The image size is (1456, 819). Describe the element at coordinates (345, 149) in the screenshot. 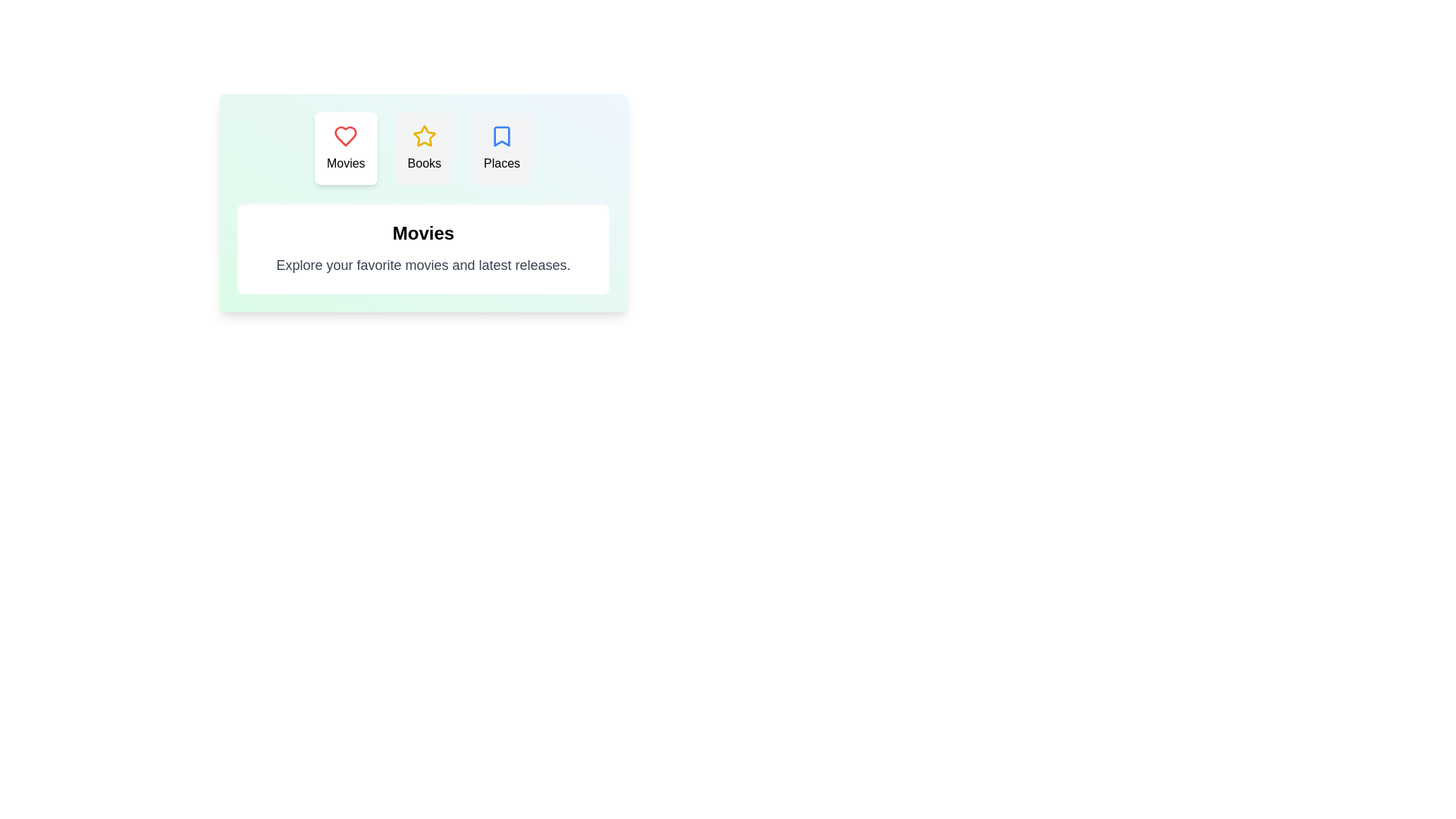

I see `the tab labeled Movies` at that location.